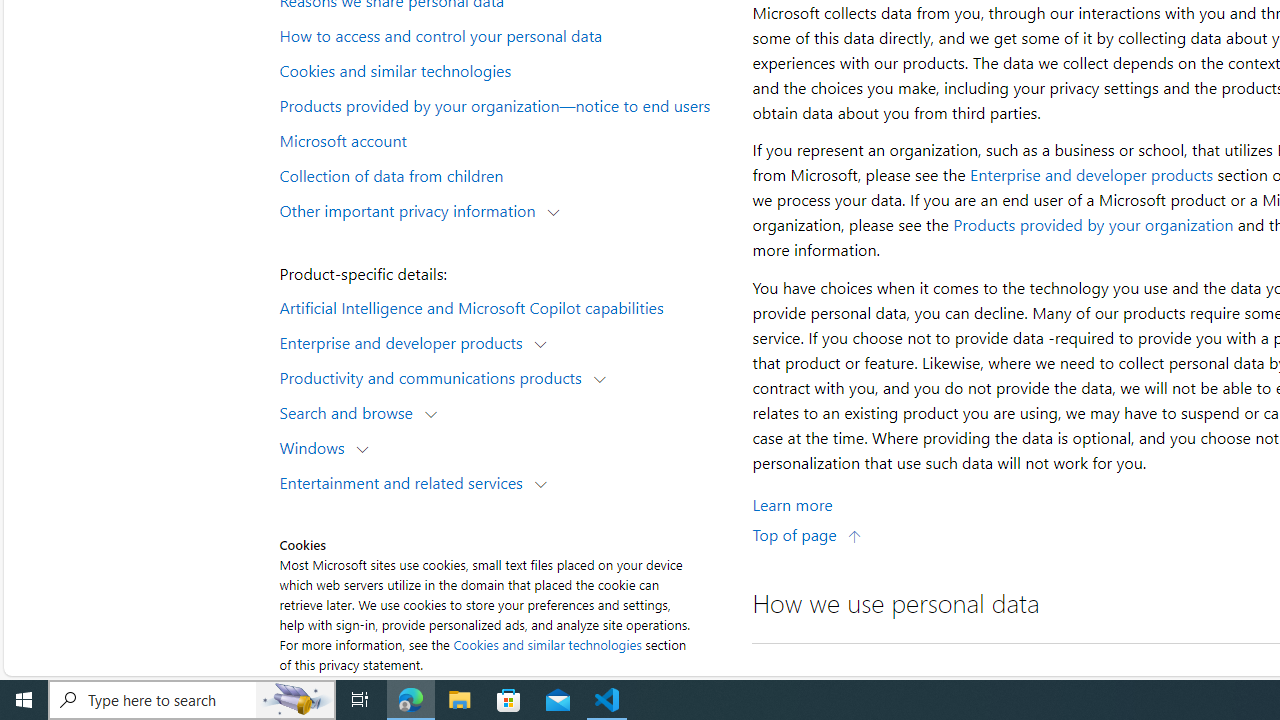 This screenshot has height=720, width=1280. Describe the element at coordinates (1090, 173) in the screenshot. I see `'Enterprise and developer products'` at that location.